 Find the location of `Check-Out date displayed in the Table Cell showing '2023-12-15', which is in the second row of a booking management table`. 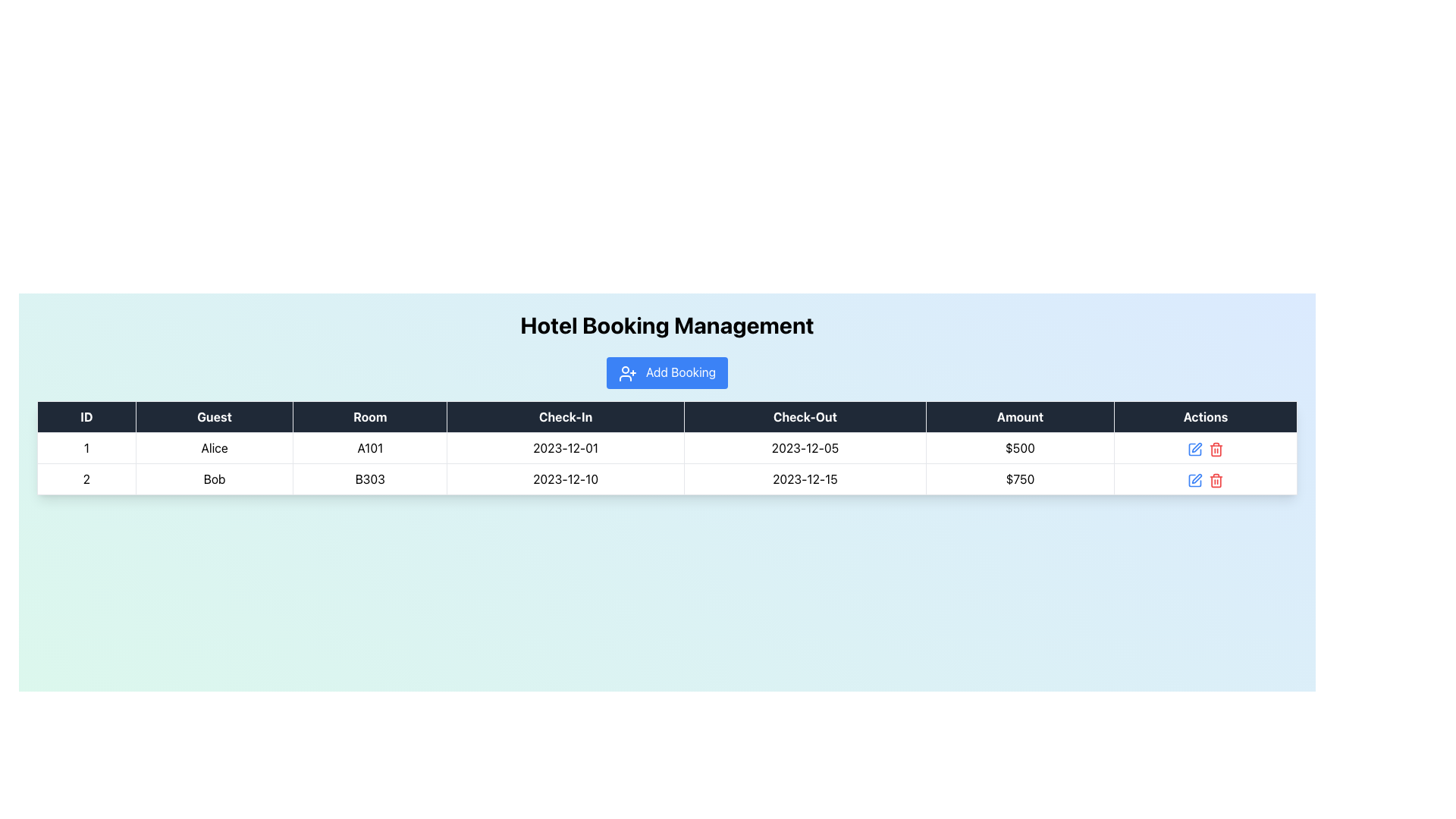

Check-Out date displayed in the Table Cell showing '2023-12-15', which is in the second row of a booking management table is located at coordinates (804, 479).